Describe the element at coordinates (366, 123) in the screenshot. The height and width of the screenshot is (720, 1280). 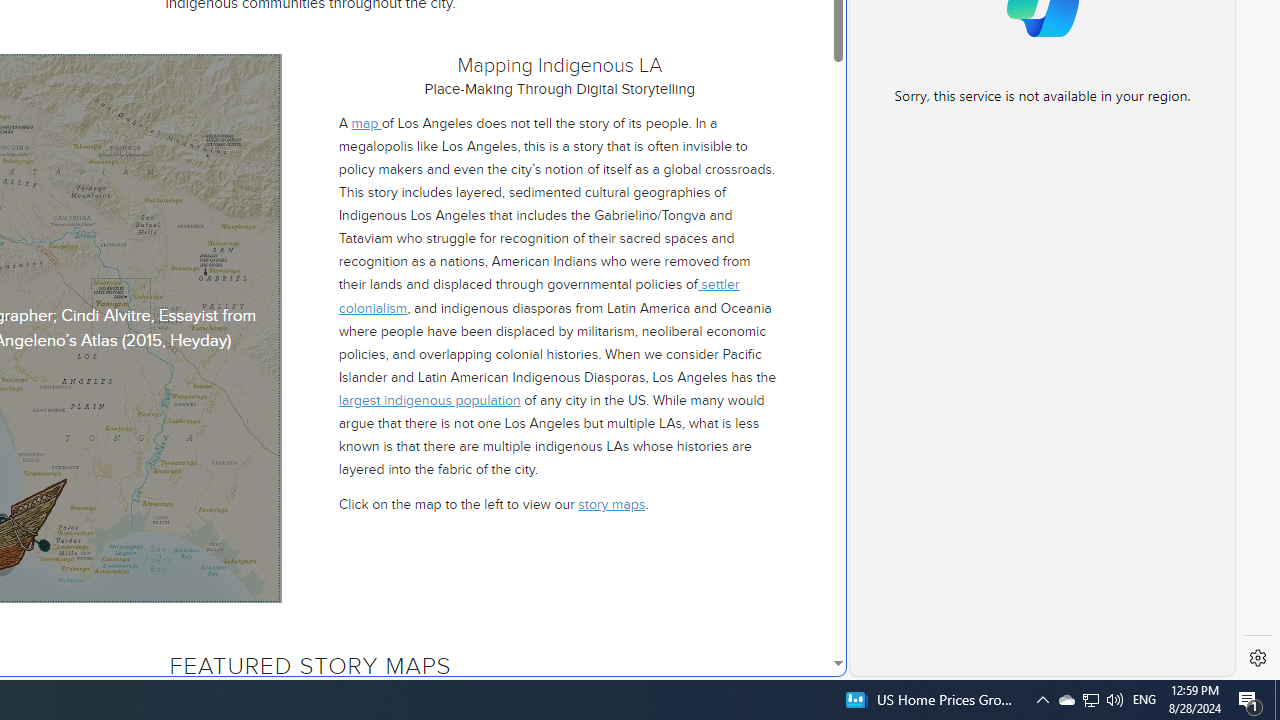
I see `'map '` at that location.